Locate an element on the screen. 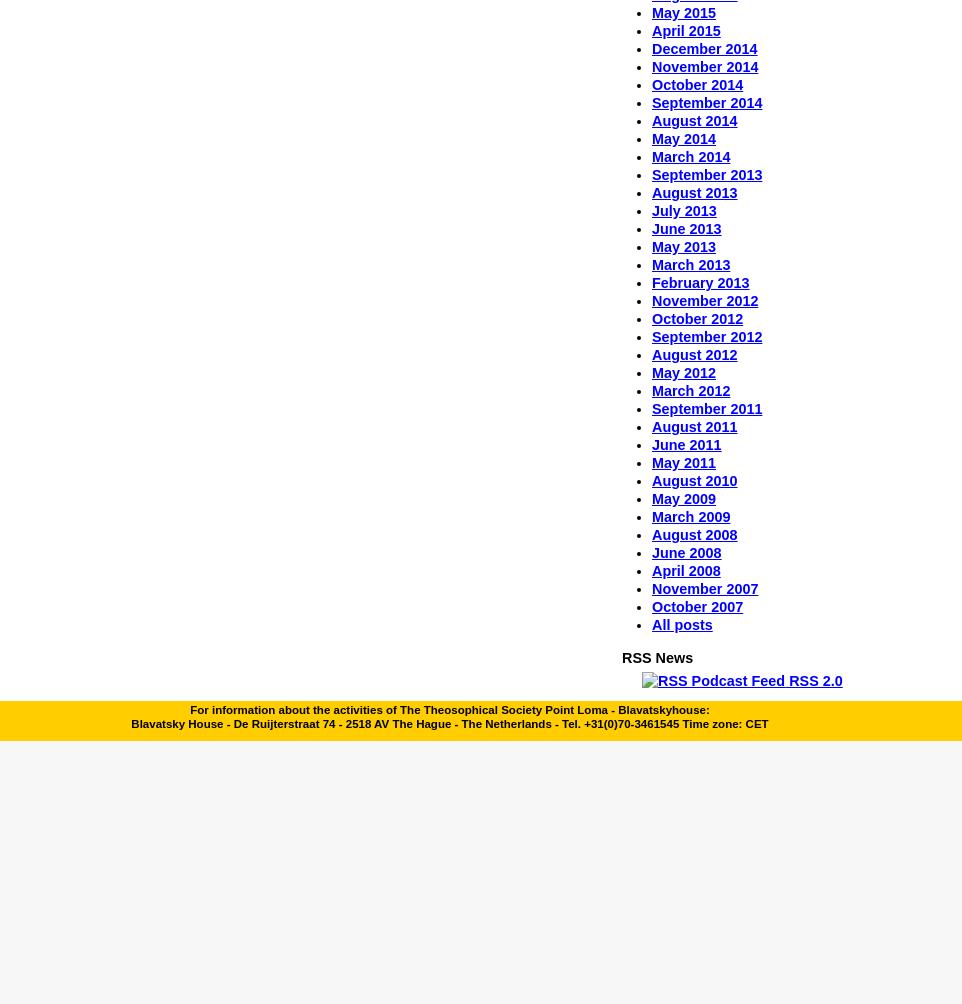  'September 2014' is located at coordinates (705, 103).